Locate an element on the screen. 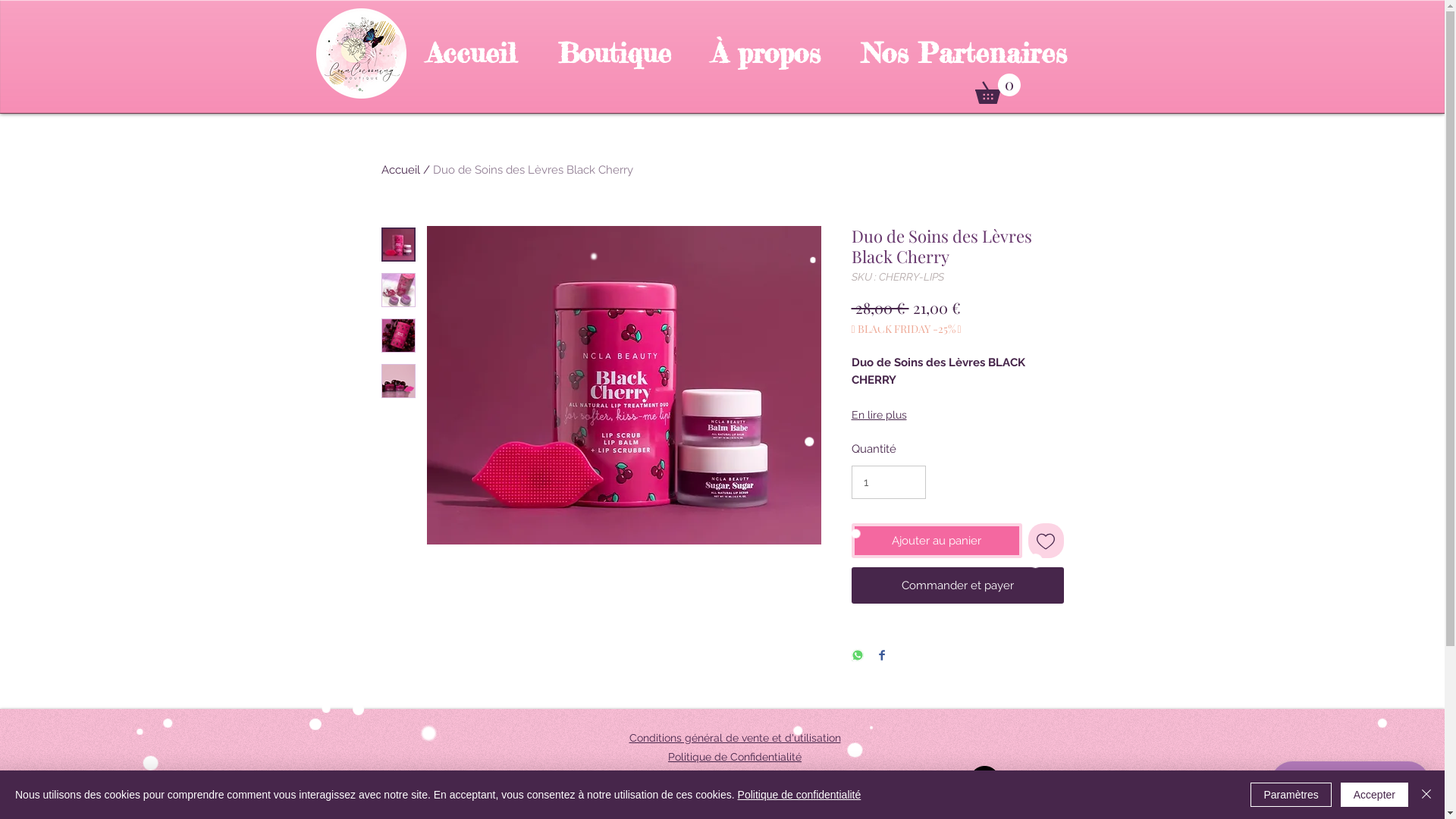 The image size is (1456, 819). 'Nos Partenaires' is located at coordinates (962, 52).